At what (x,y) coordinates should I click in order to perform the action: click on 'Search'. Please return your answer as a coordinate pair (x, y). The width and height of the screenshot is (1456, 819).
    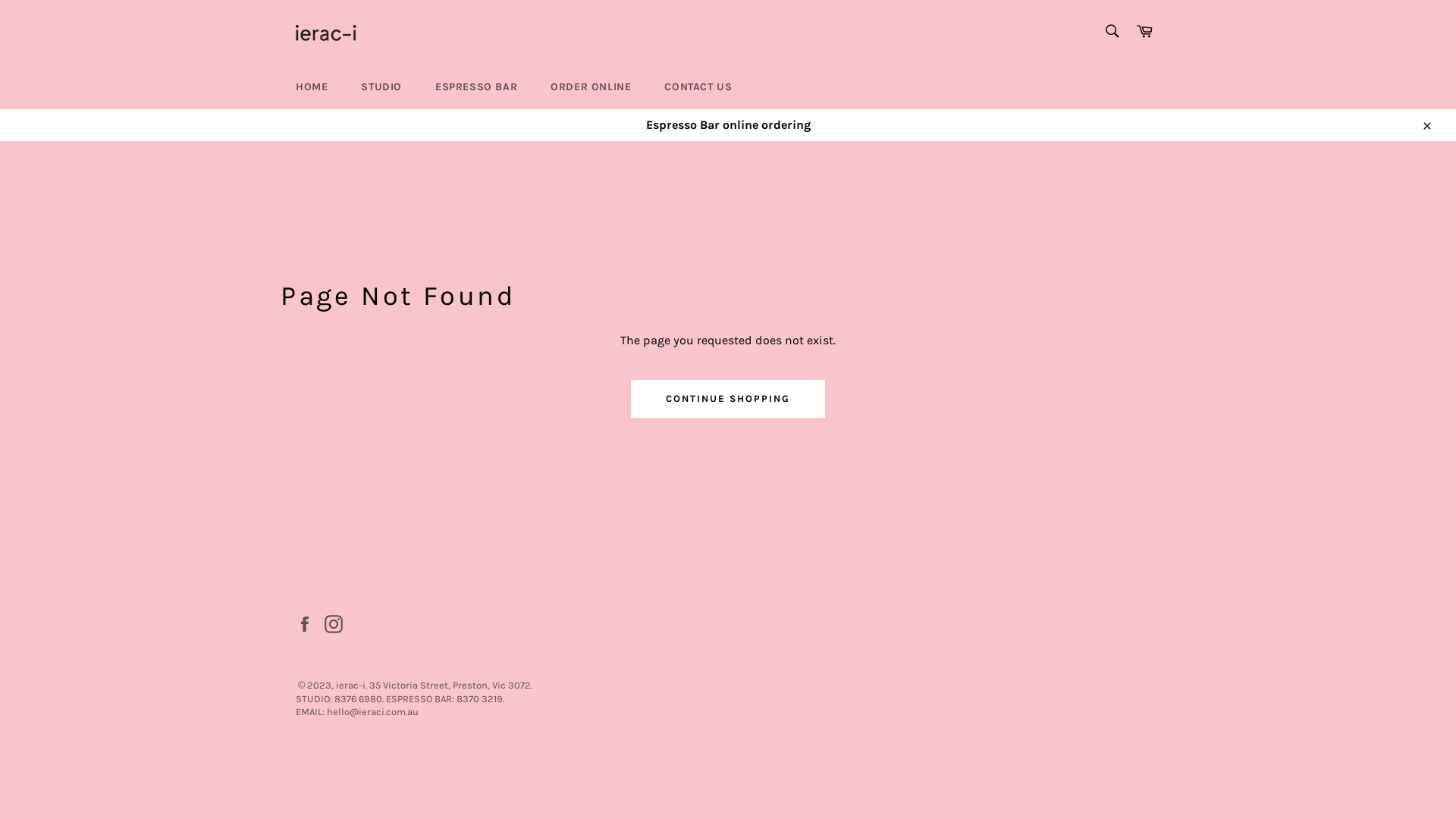
    Looking at the image, I should click on (1111, 31).